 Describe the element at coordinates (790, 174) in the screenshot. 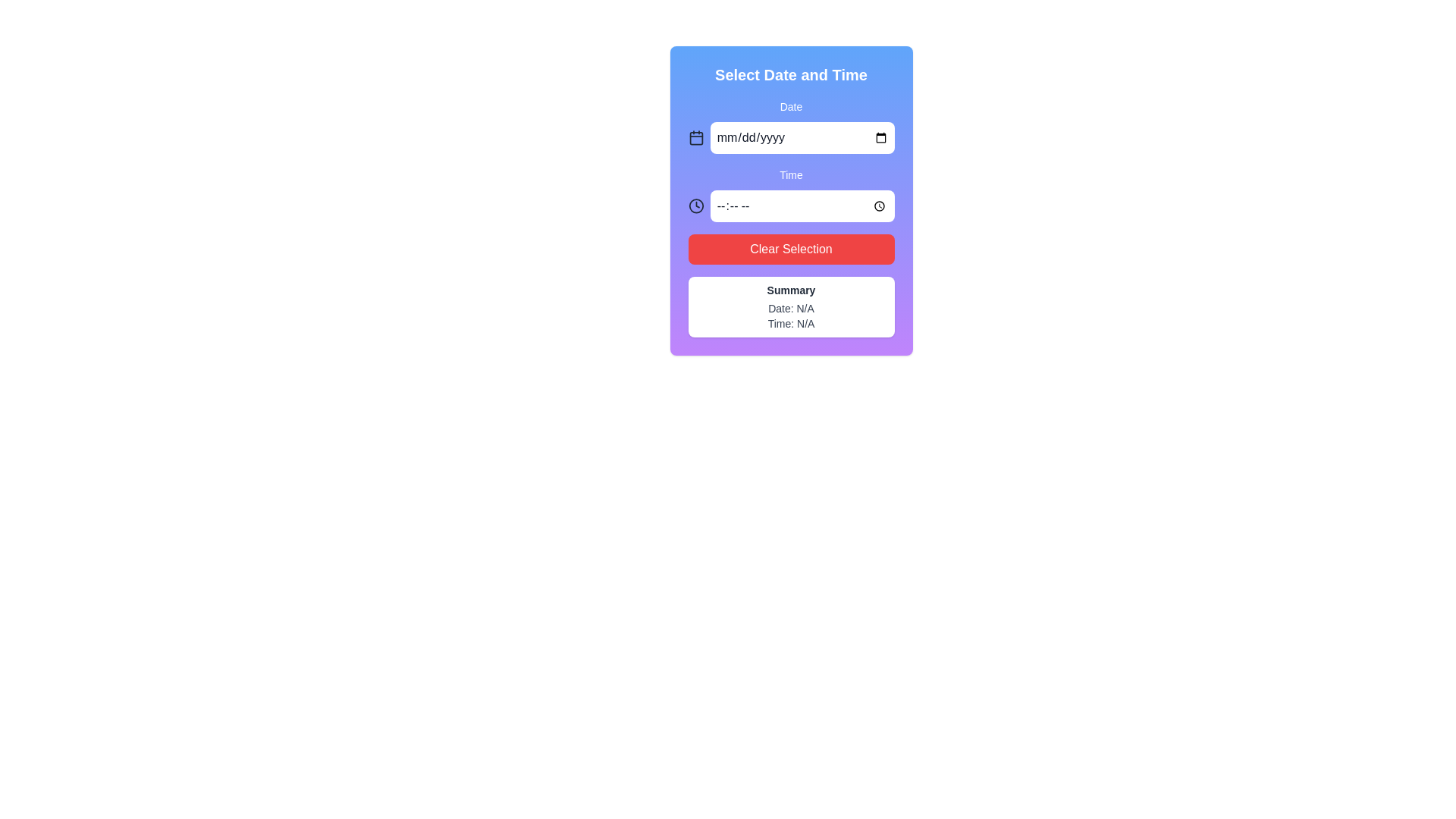

I see `the 'Time' label, which displays the text in white font on a blue background and is positioned above the time input field` at that location.